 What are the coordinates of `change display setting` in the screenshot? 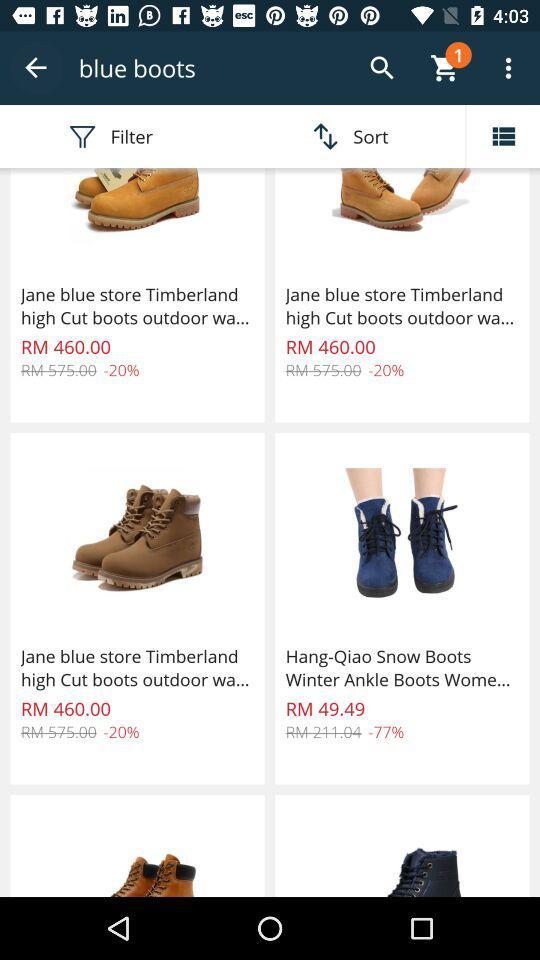 It's located at (502, 135).